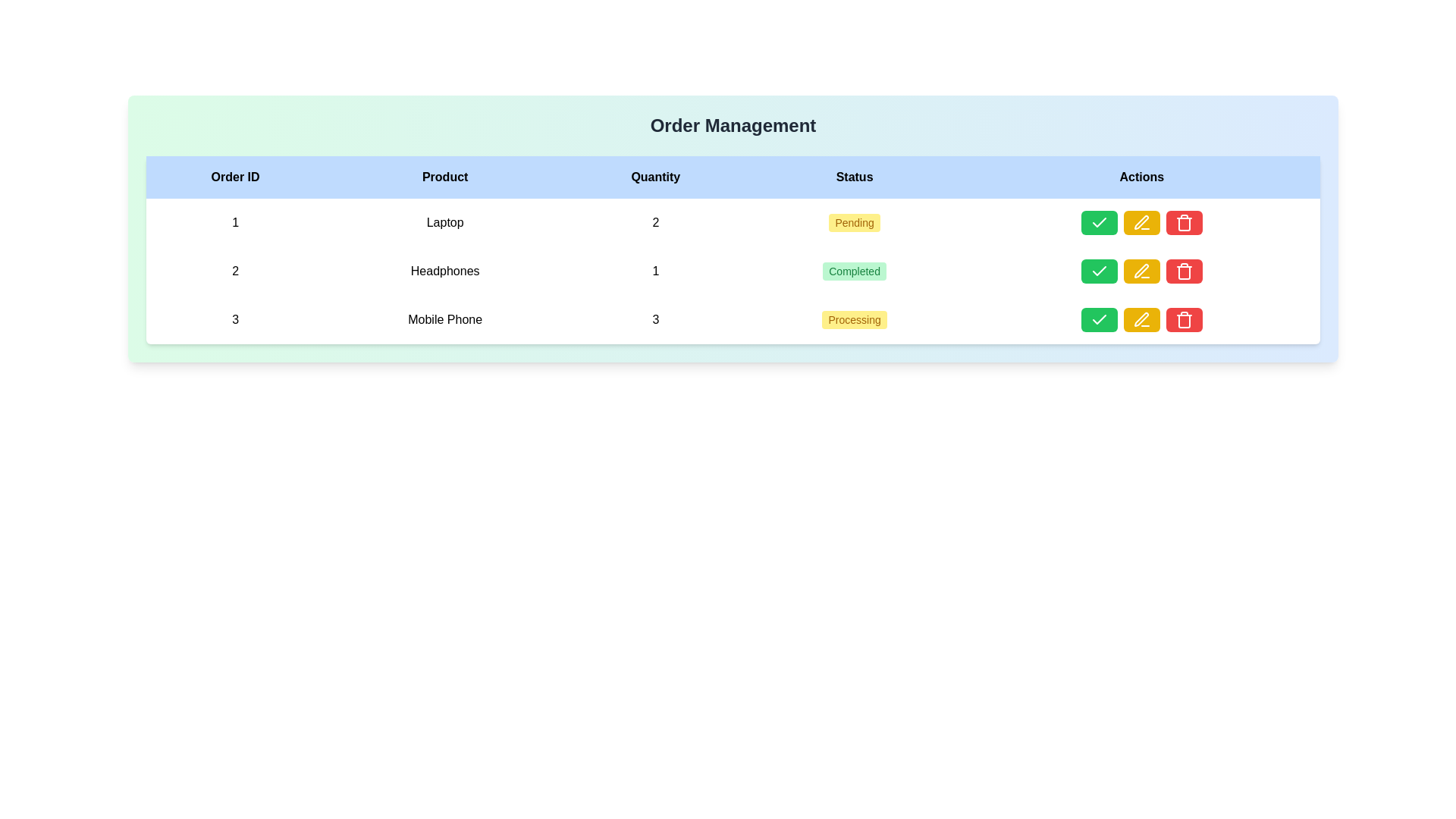 This screenshot has height=819, width=1456. I want to click on the Table Header Row, so click(733, 177).